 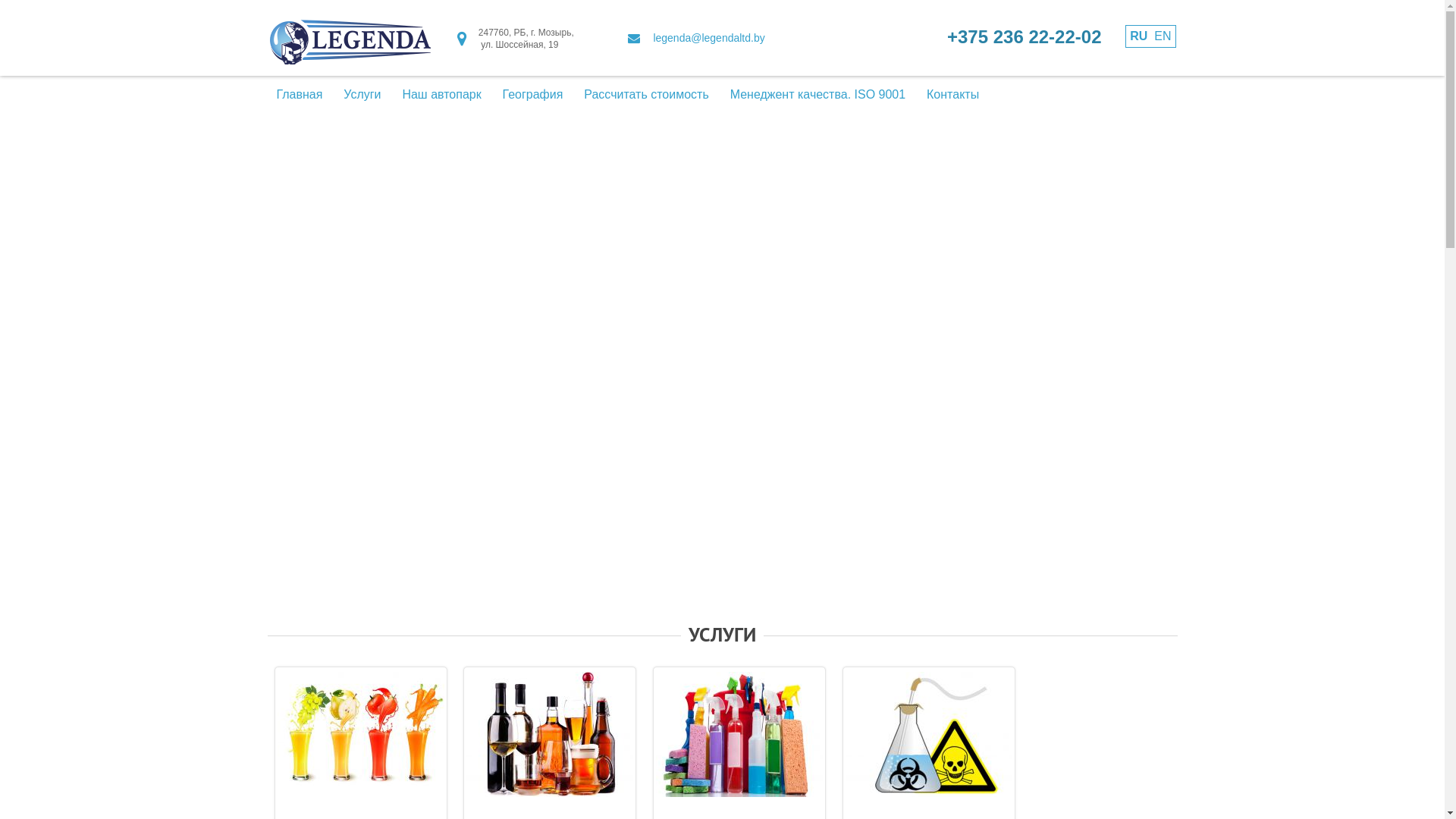 I want to click on 'legenda@legendaltd.by', so click(x=652, y=37).